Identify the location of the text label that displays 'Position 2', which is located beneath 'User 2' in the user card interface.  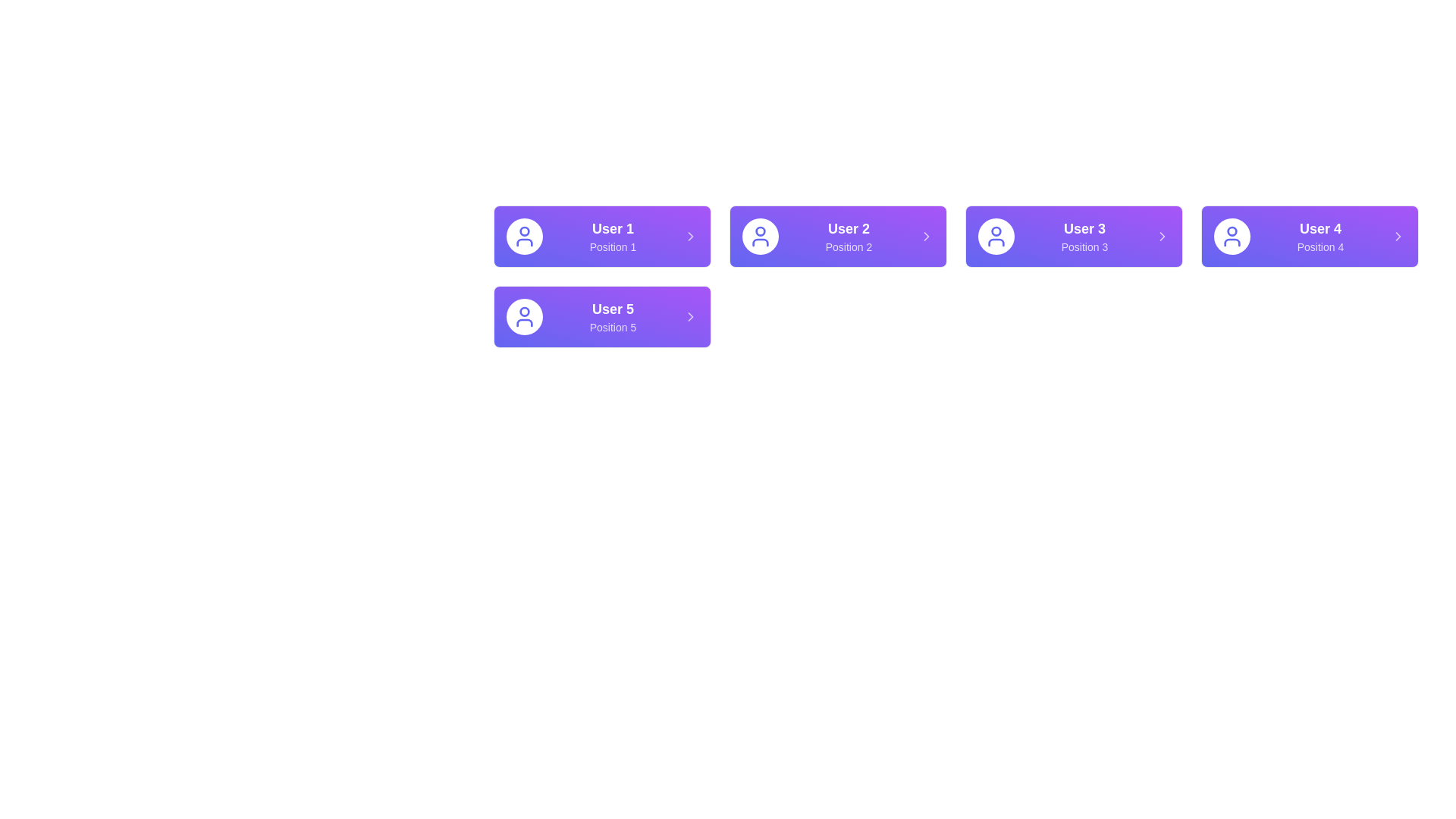
(848, 246).